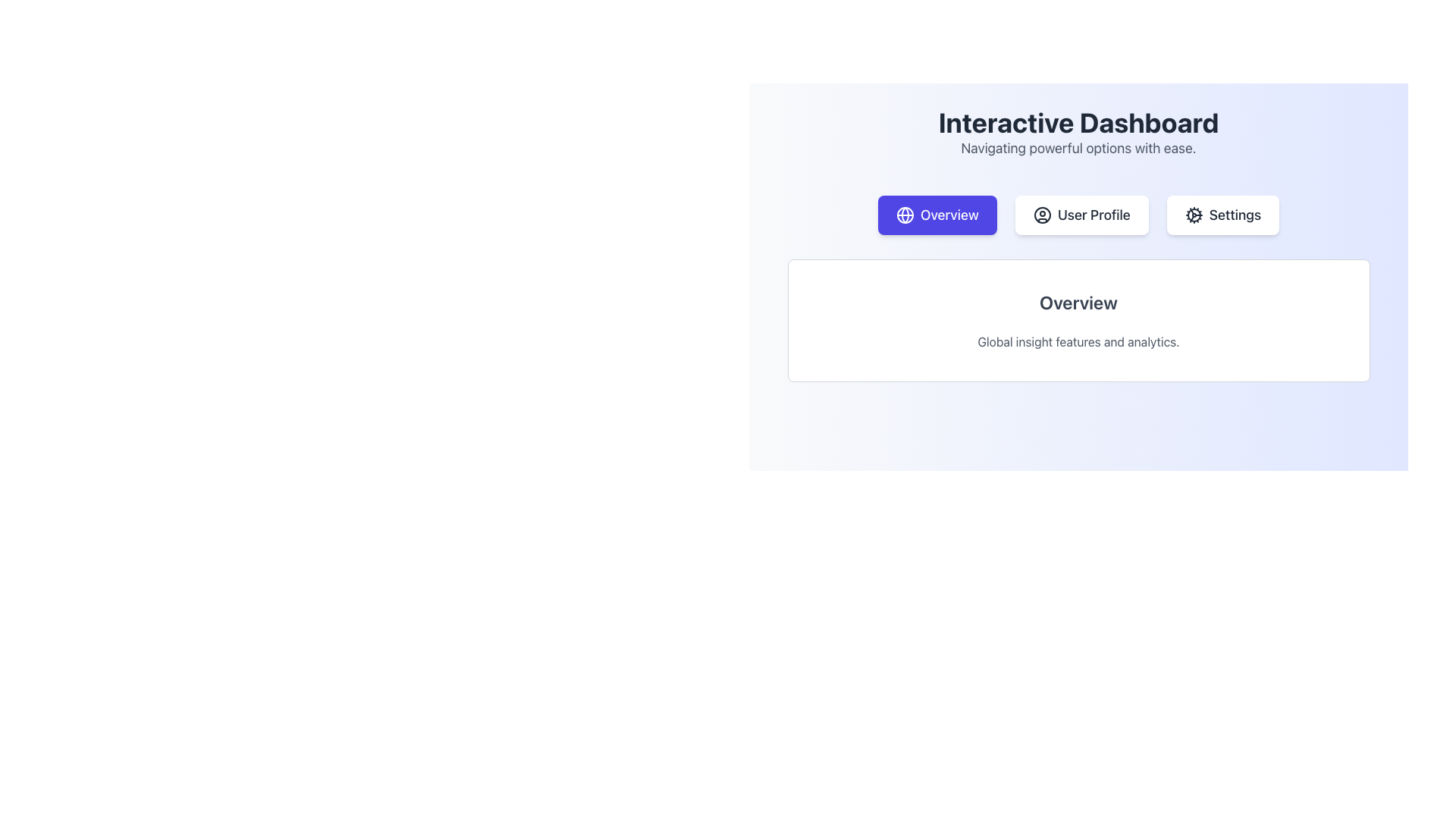  Describe the element at coordinates (949, 215) in the screenshot. I see `the 'Overview' text label located within the blue button at the top-center of the interface` at that location.